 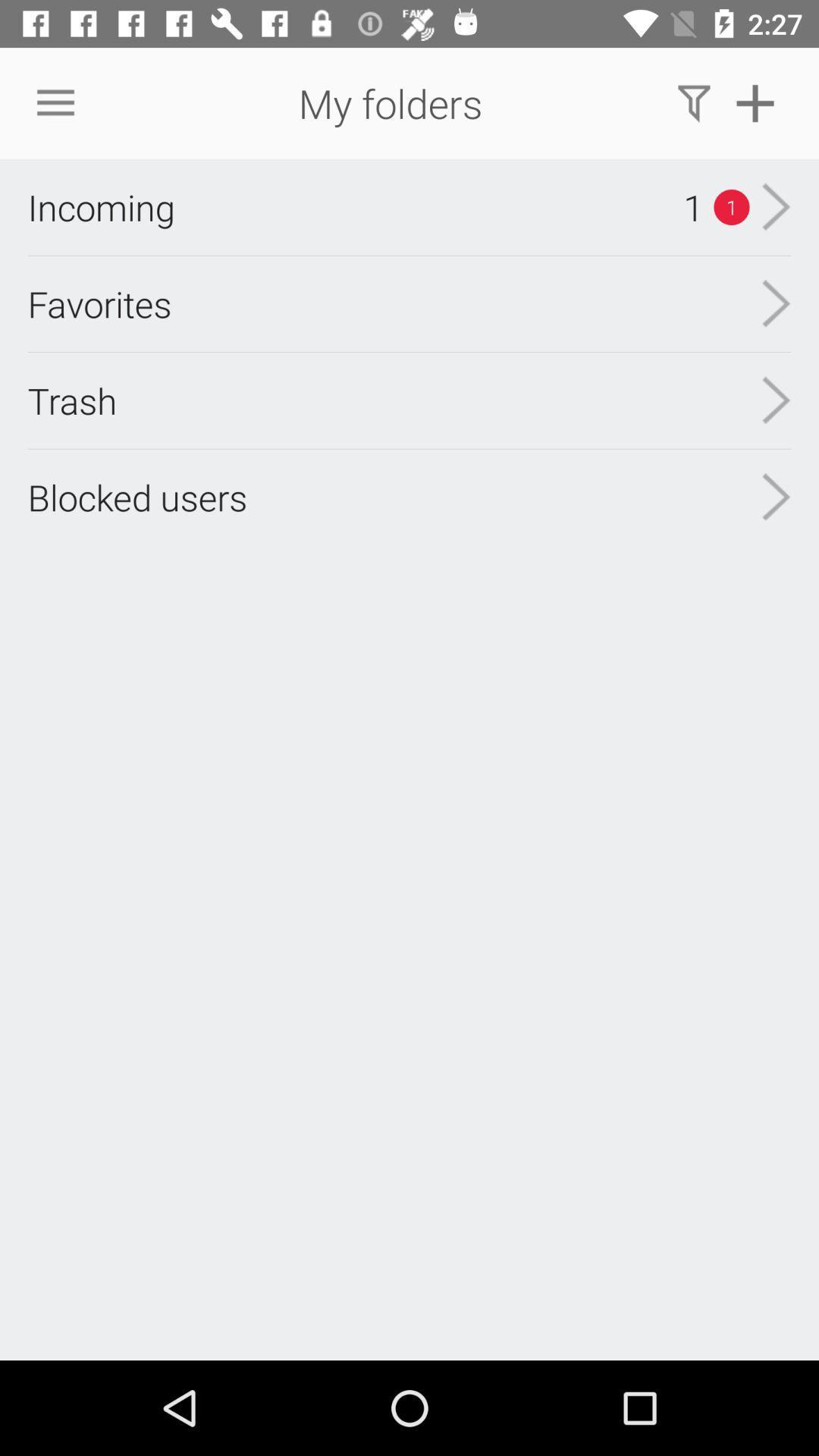 I want to click on the item next to blocked users, so click(x=776, y=400).